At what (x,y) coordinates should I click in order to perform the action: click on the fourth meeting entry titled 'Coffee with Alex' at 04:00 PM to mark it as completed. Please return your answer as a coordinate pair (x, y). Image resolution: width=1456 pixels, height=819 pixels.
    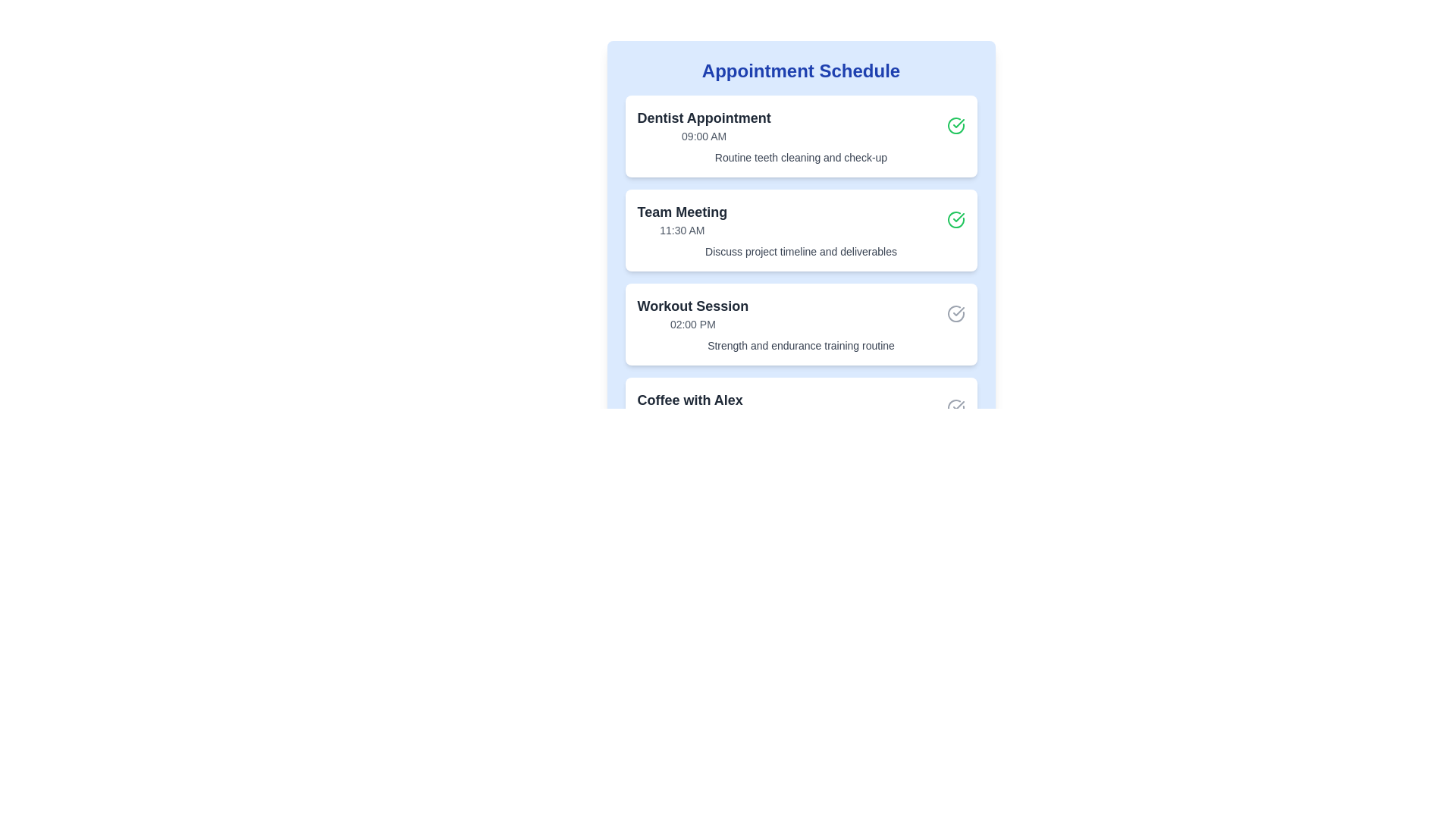
    Looking at the image, I should click on (800, 406).